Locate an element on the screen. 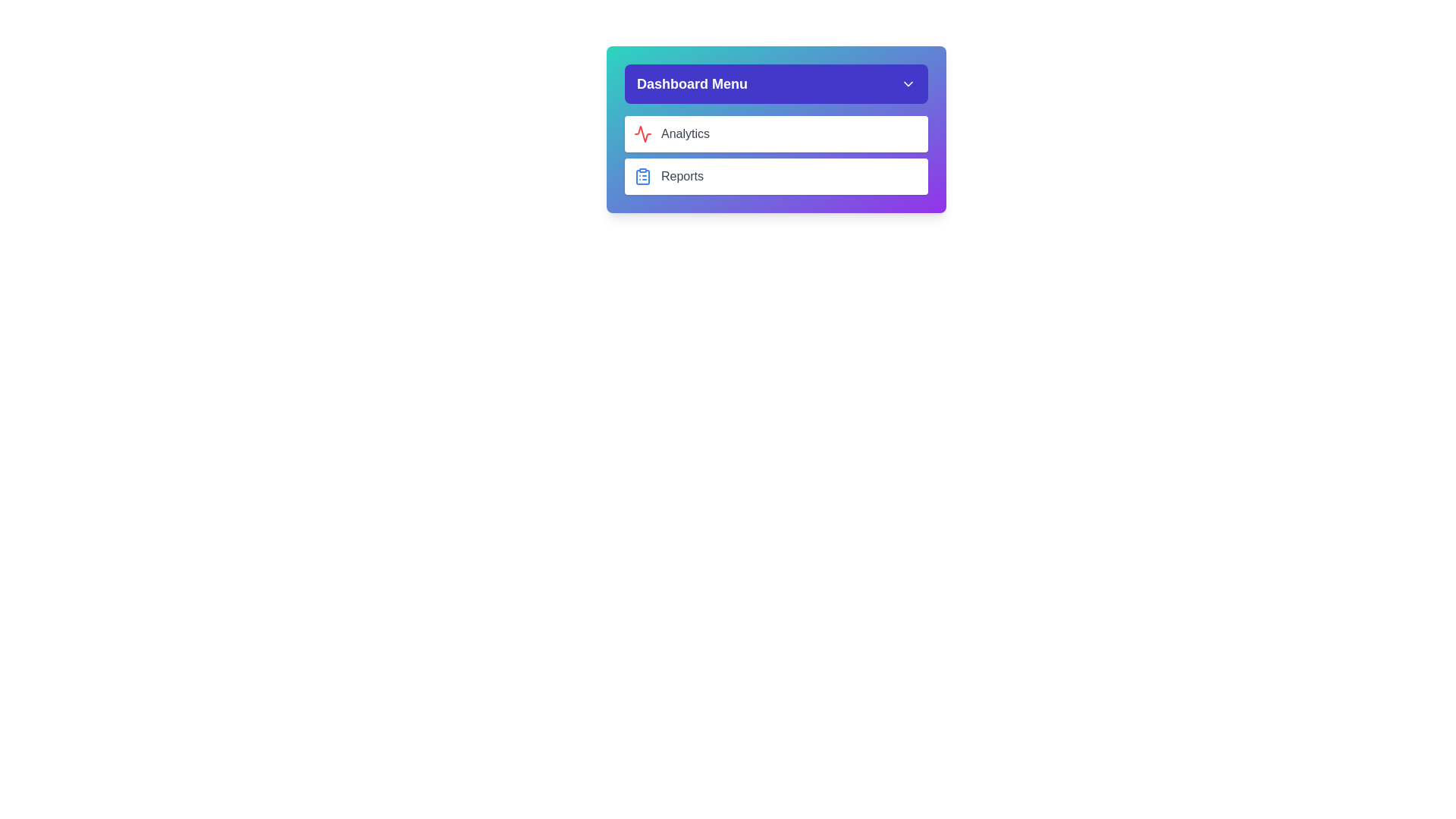 The width and height of the screenshot is (1456, 819). the 'Reports' icon located to the left of the text label 'Reports' in the menu beneath the 'Dashboard Menu' heading is located at coordinates (643, 177).